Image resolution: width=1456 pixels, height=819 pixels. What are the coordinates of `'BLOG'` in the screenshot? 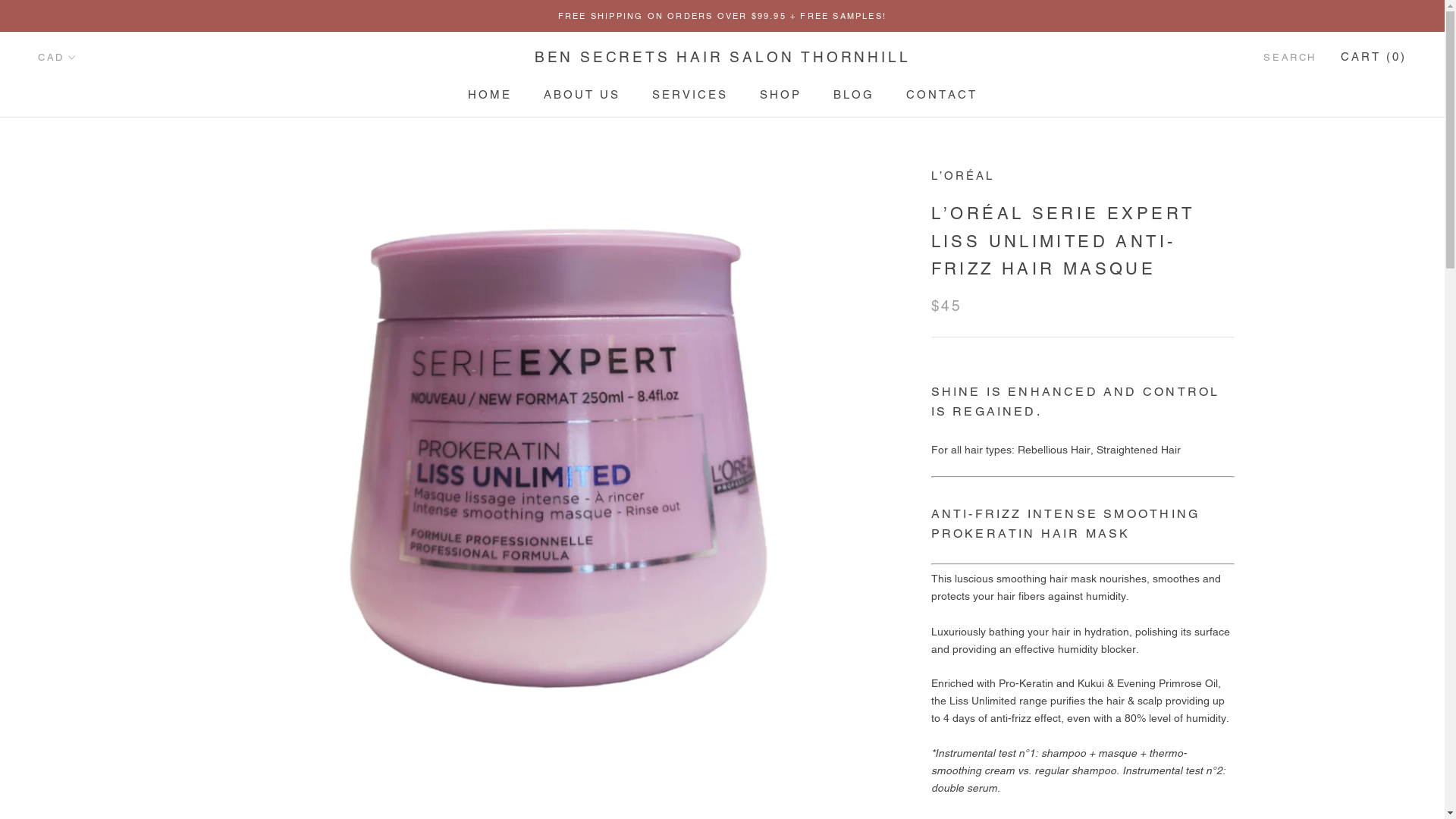 It's located at (832, 94).